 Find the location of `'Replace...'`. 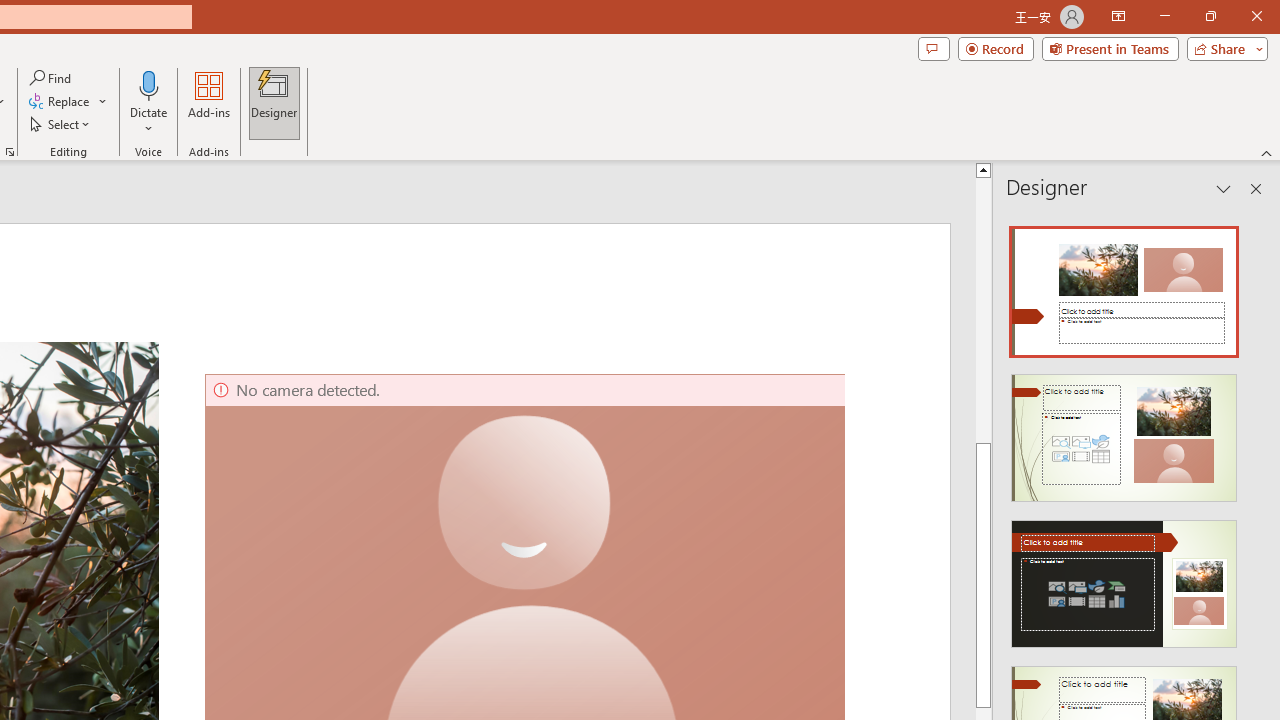

'Replace...' is located at coordinates (60, 101).